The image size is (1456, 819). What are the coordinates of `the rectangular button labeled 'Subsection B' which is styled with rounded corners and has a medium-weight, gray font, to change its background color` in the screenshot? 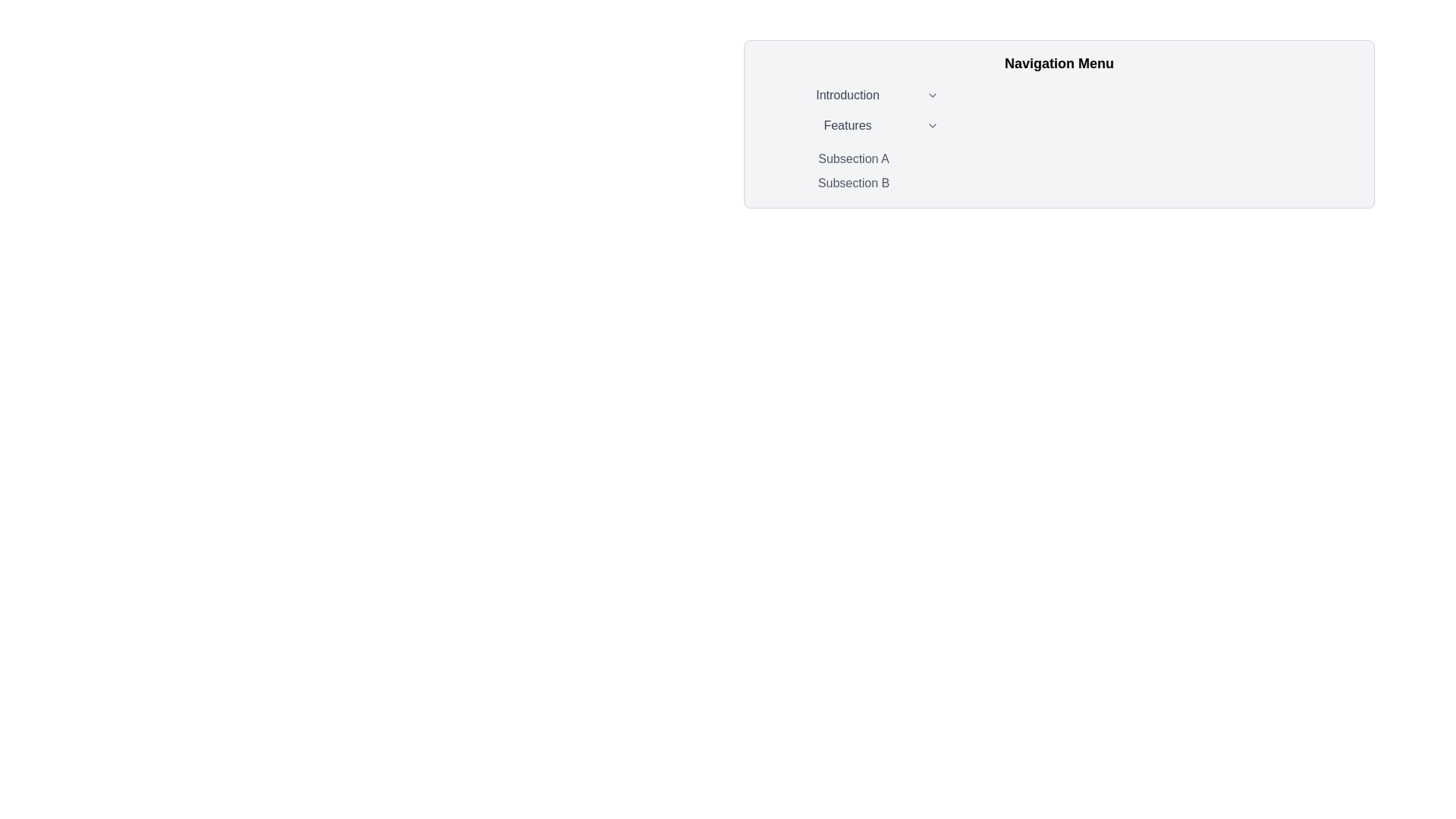 It's located at (854, 183).